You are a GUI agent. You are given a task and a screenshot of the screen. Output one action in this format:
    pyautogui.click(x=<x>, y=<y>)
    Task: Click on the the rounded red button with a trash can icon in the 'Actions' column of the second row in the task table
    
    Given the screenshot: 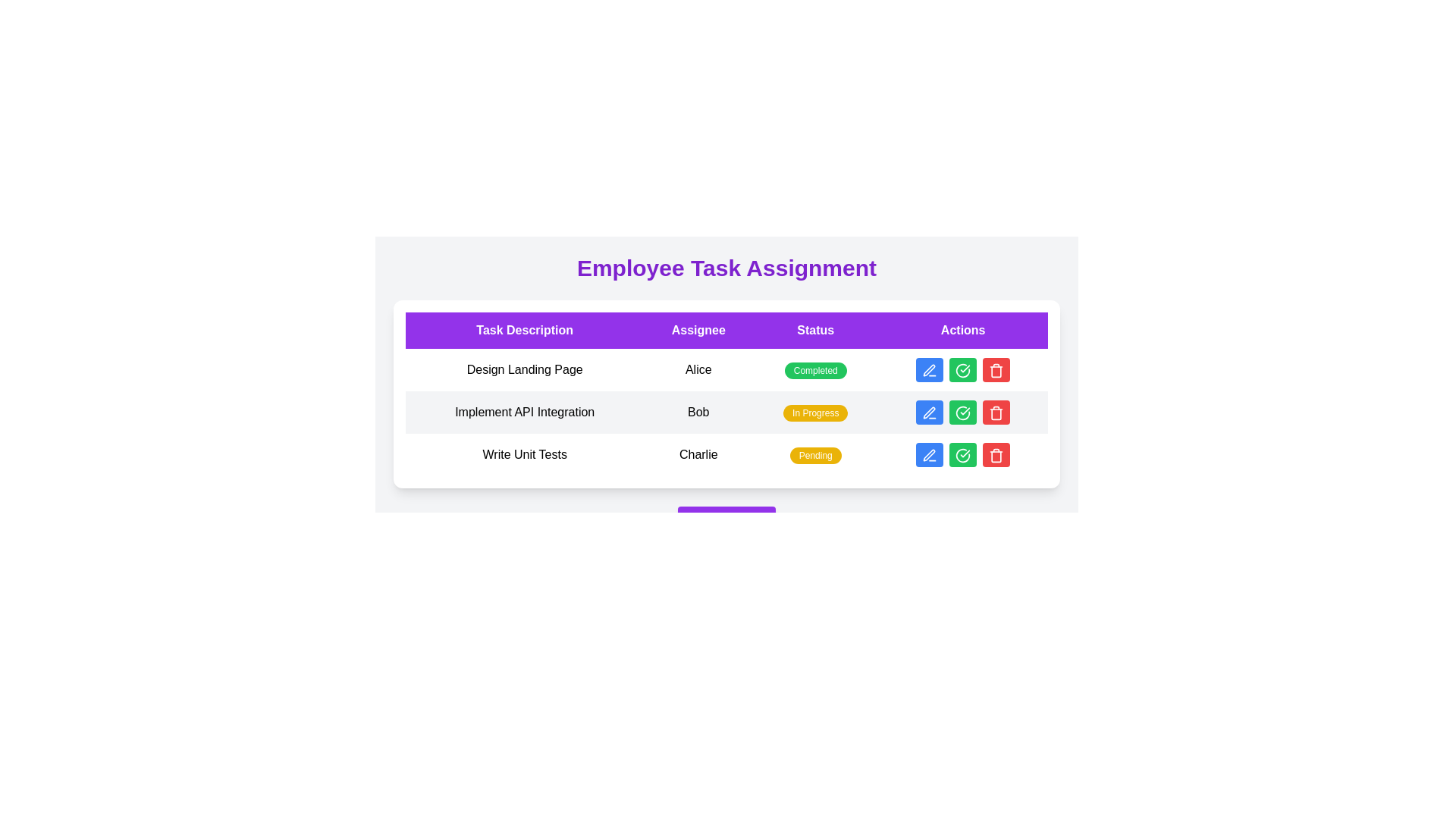 What is the action you would take?
    pyautogui.click(x=996, y=412)
    